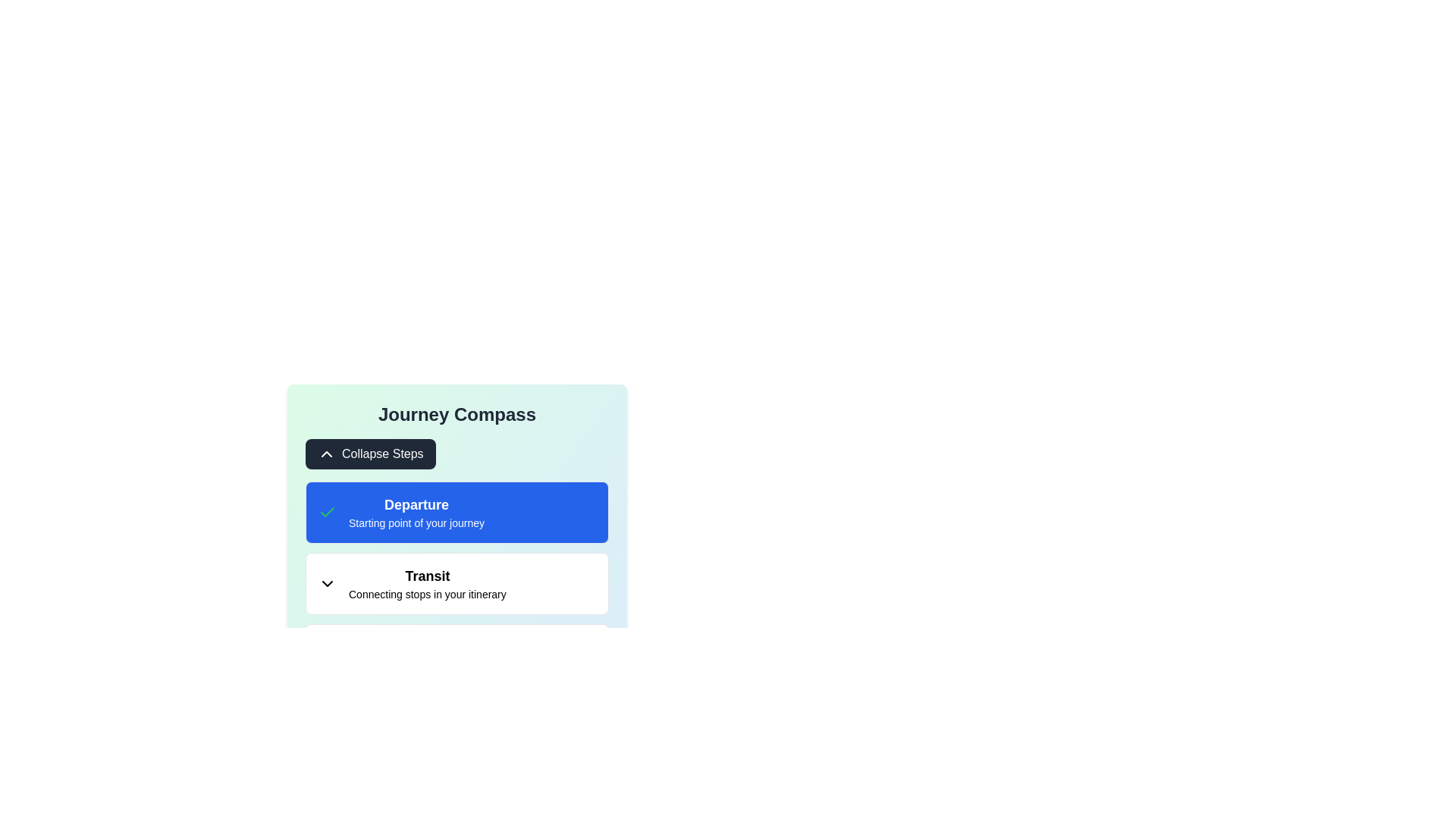  I want to click on the expansion/collapse icon located to the left of the 'Transit' text within the white card section, so click(327, 583).